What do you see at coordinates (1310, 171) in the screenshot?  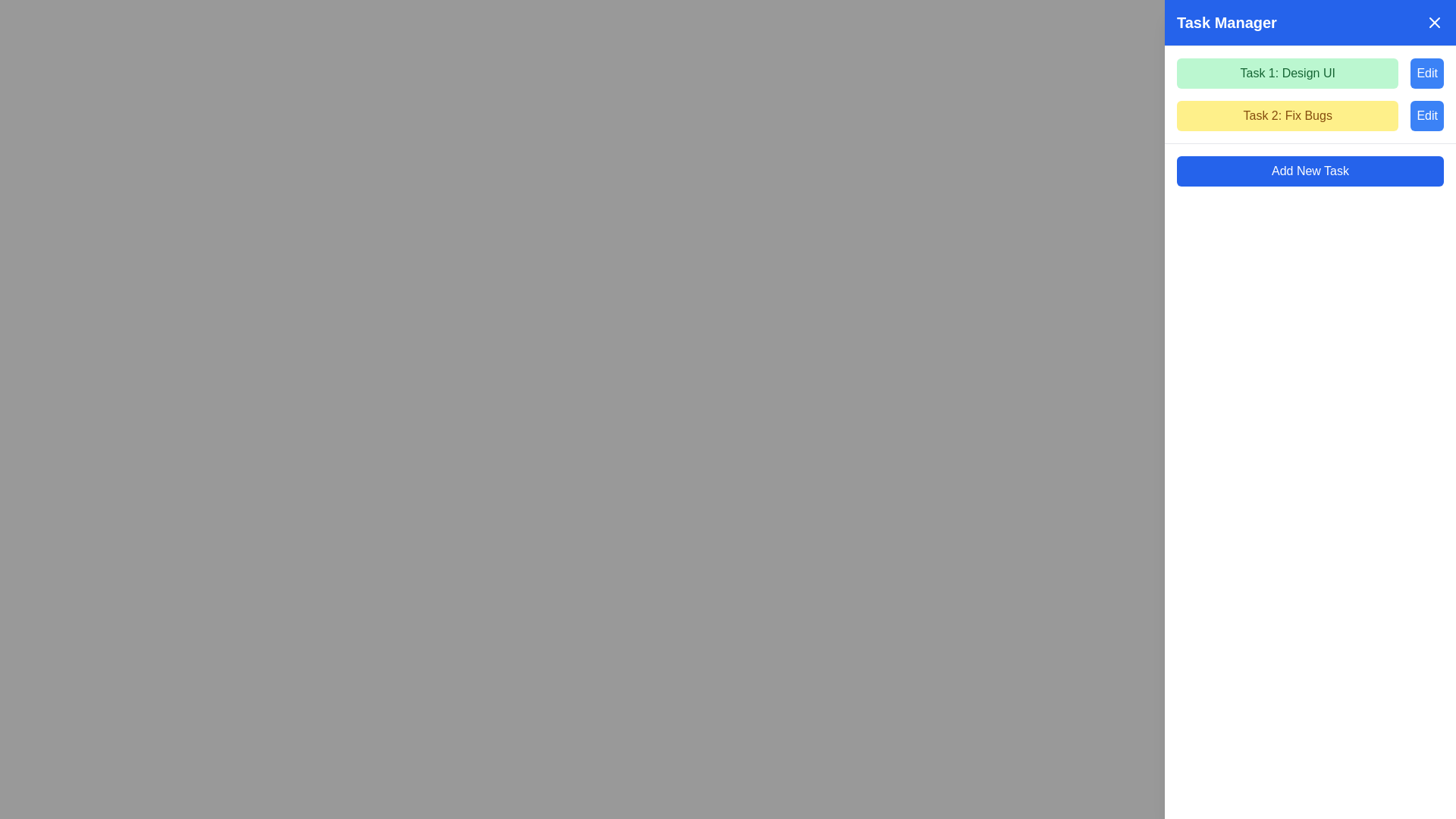 I see `the rectangular button with a blue background and white text that reads 'Add New Task'` at bounding box center [1310, 171].